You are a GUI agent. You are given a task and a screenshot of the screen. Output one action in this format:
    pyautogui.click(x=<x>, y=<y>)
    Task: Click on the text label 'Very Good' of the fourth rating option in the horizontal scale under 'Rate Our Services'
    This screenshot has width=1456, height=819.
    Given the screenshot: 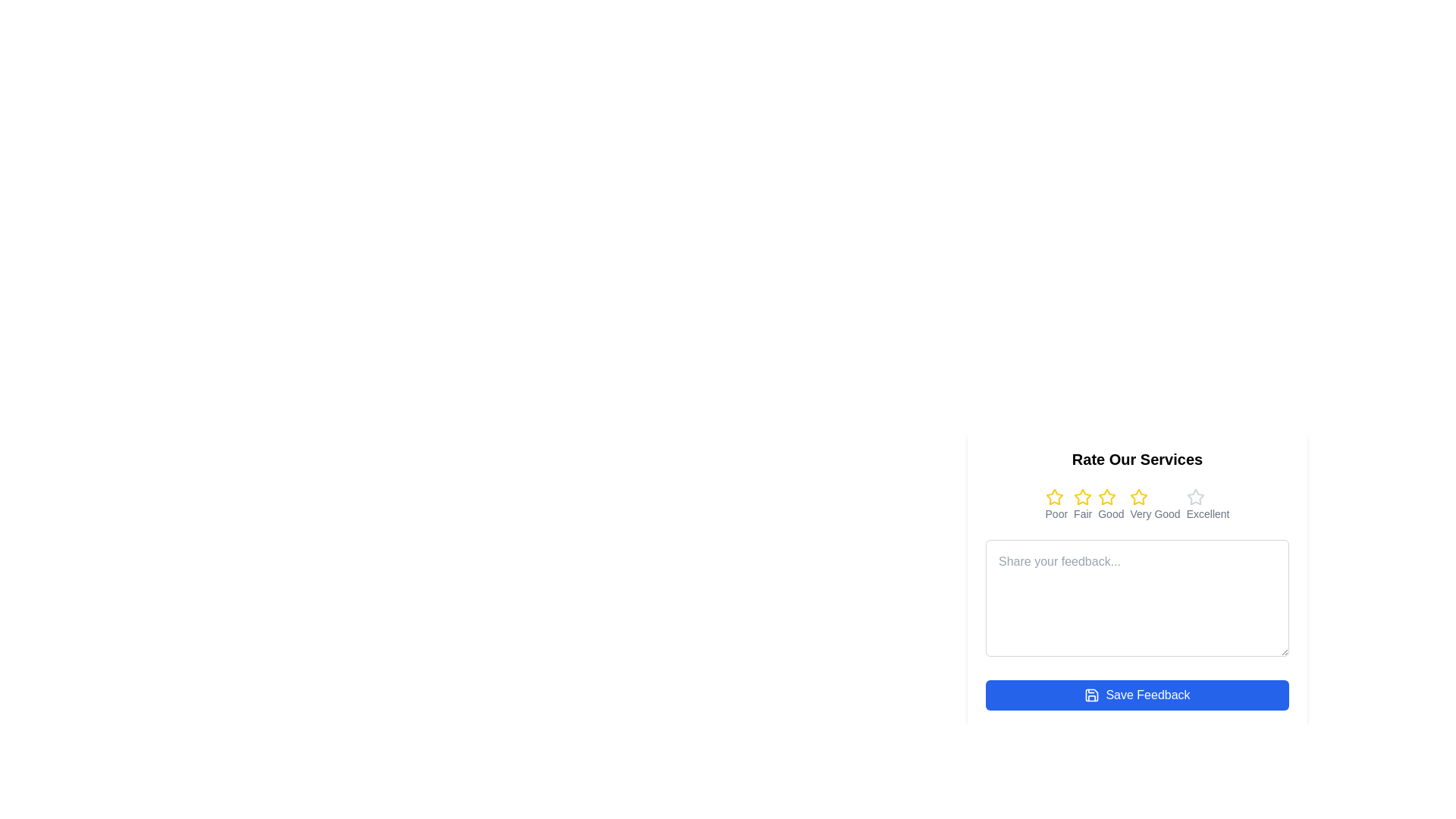 What is the action you would take?
    pyautogui.click(x=1154, y=505)
    